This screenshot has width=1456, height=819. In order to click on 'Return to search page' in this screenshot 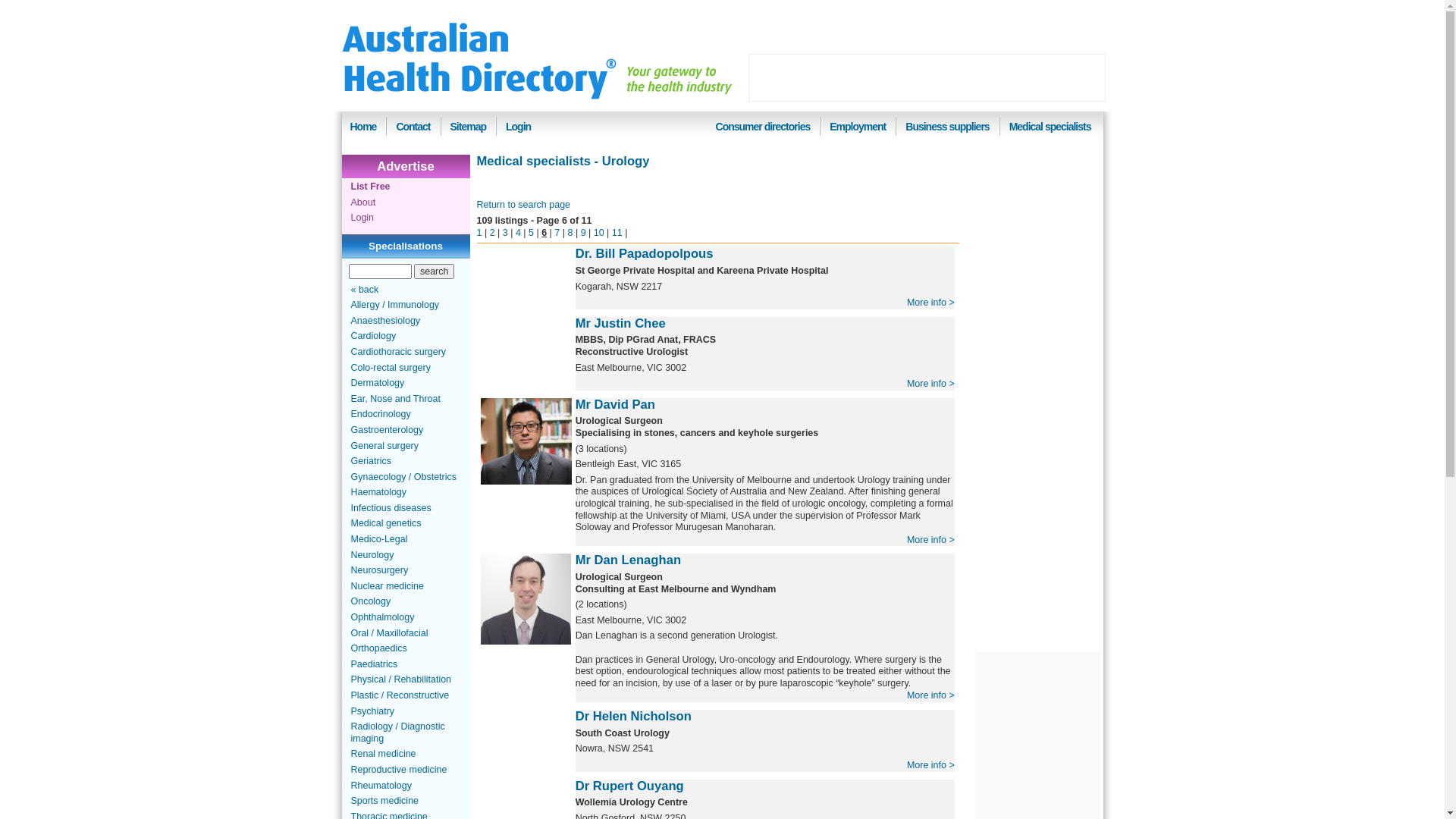, I will do `click(523, 205)`.